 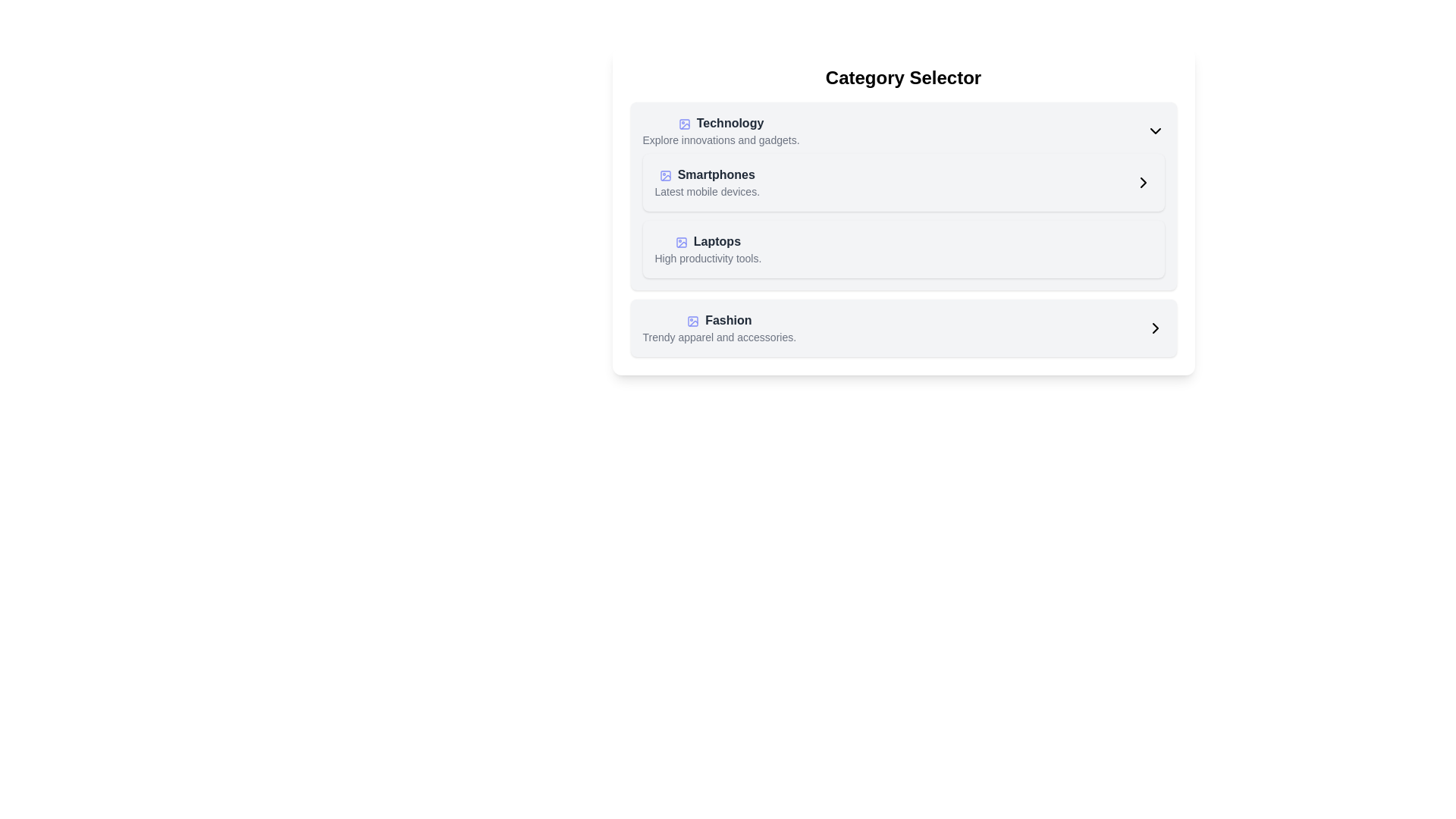 What do you see at coordinates (718, 336) in the screenshot?
I see `the descriptive text label located below the 'Fashion' category, which provides additional information about it` at bounding box center [718, 336].